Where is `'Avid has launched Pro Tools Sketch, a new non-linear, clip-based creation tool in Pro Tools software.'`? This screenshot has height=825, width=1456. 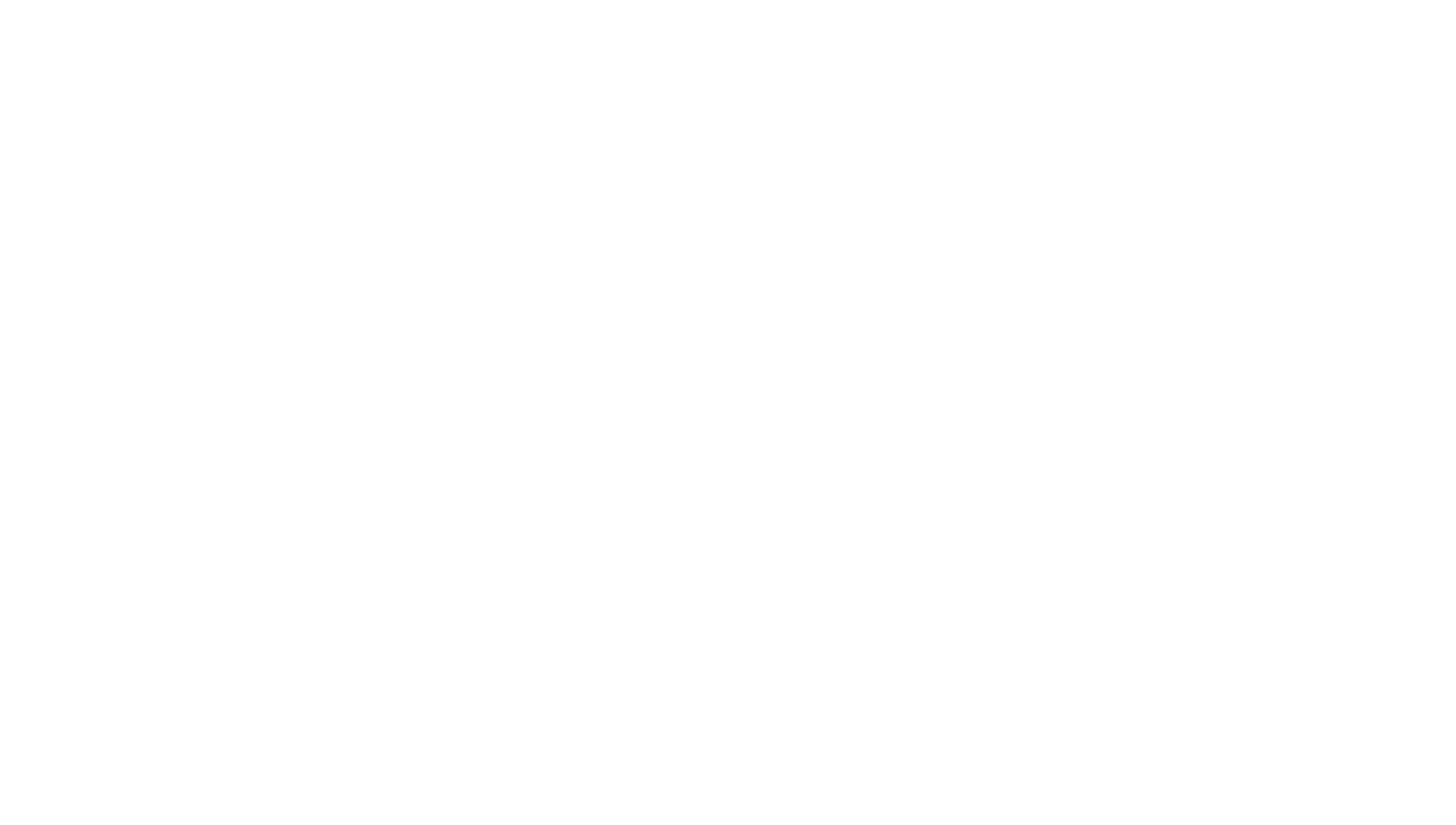
'Avid has launched Pro Tools Sketch, a new non-linear, clip-based creation tool in Pro Tools software.' is located at coordinates (671, 513).